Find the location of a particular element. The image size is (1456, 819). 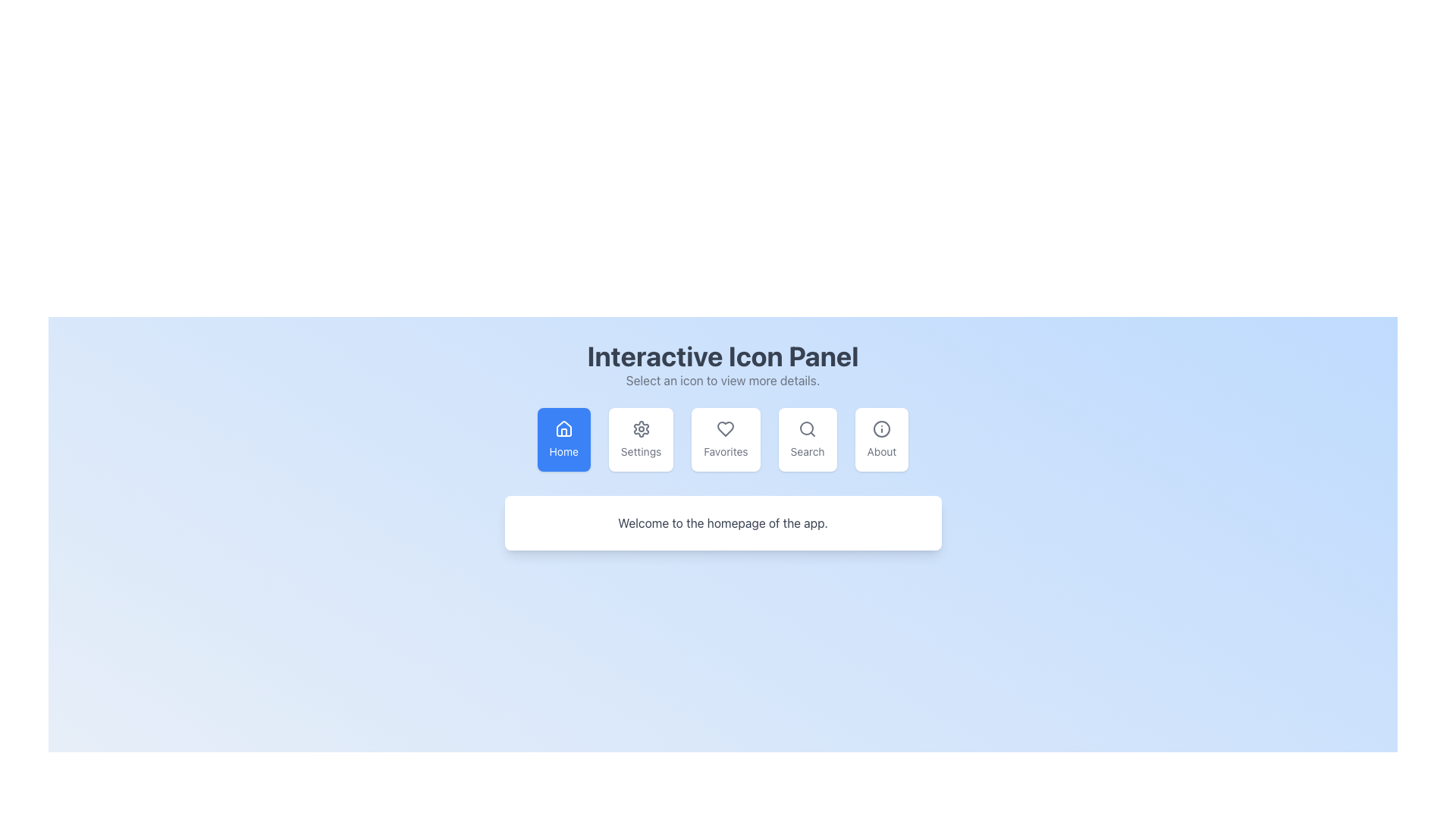

the graphic element (circle) located in the center of the 'About' icon, which is the rightmost icon on the row is located at coordinates (881, 429).